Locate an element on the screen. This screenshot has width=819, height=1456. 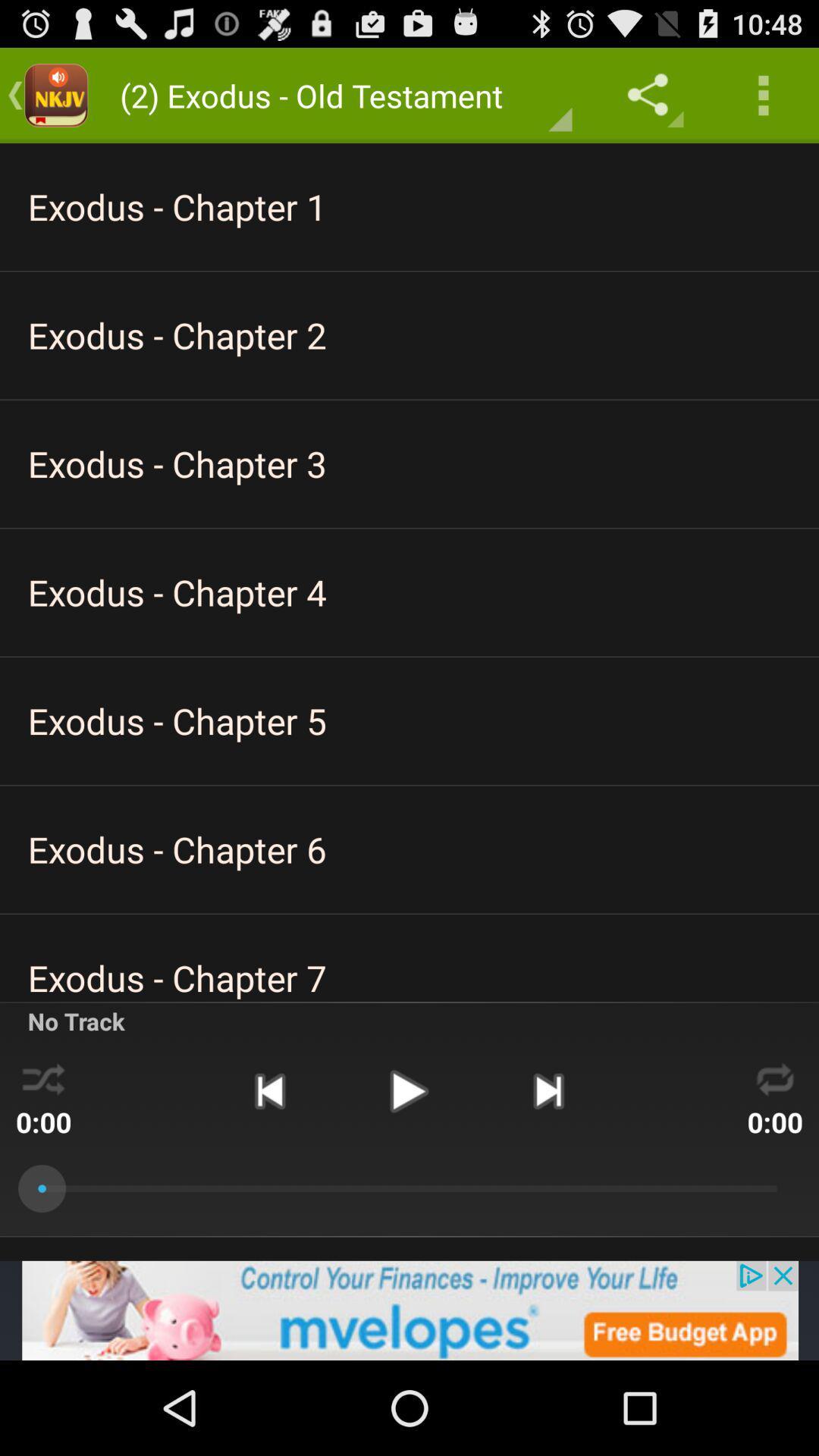
the symbol which is to the first left of 000 is located at coordinates (548, 1090).